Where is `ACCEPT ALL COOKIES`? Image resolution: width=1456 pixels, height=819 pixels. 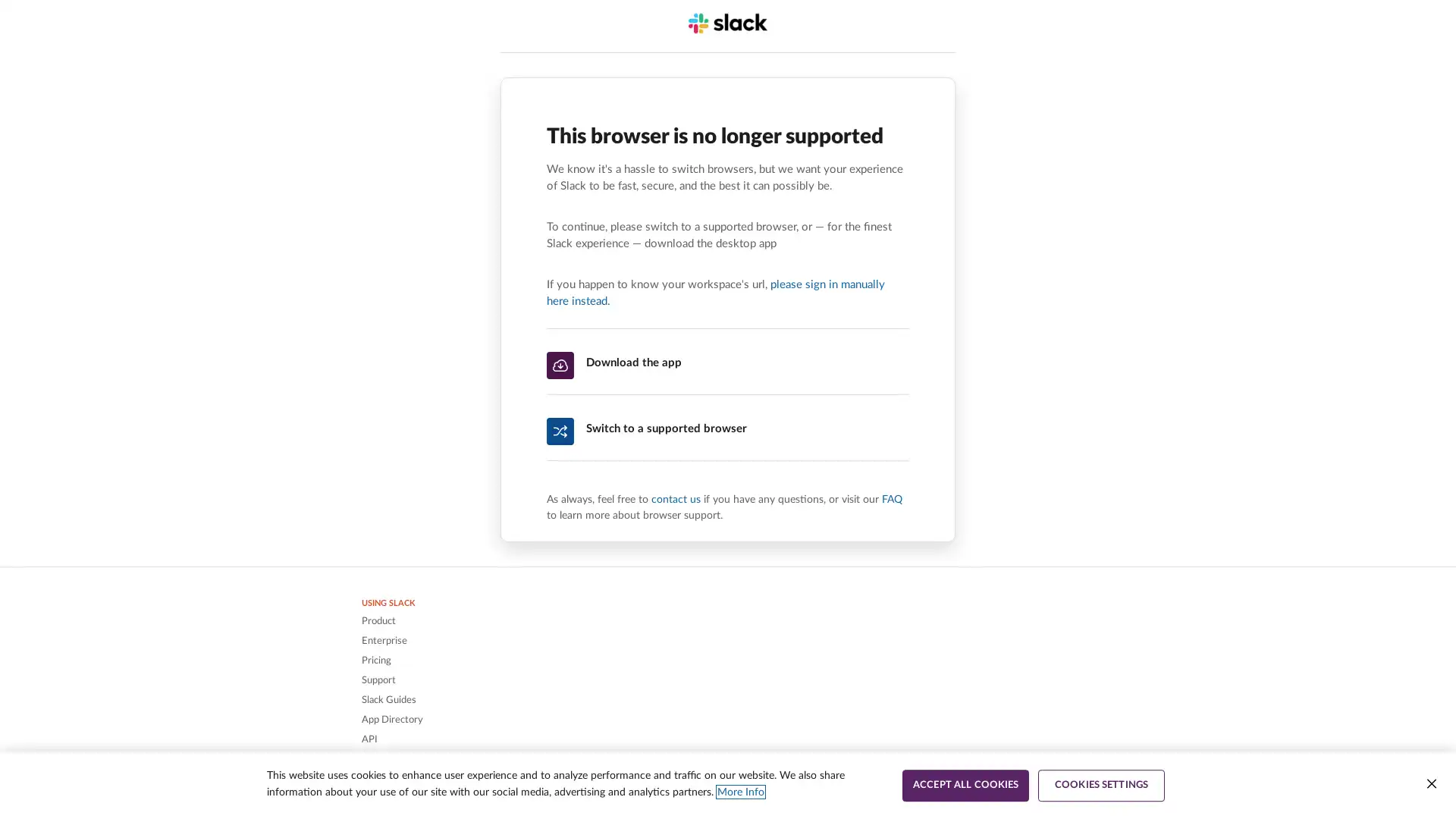 ACCEPT ALL COOKIES is located at coordinates (965, 785).